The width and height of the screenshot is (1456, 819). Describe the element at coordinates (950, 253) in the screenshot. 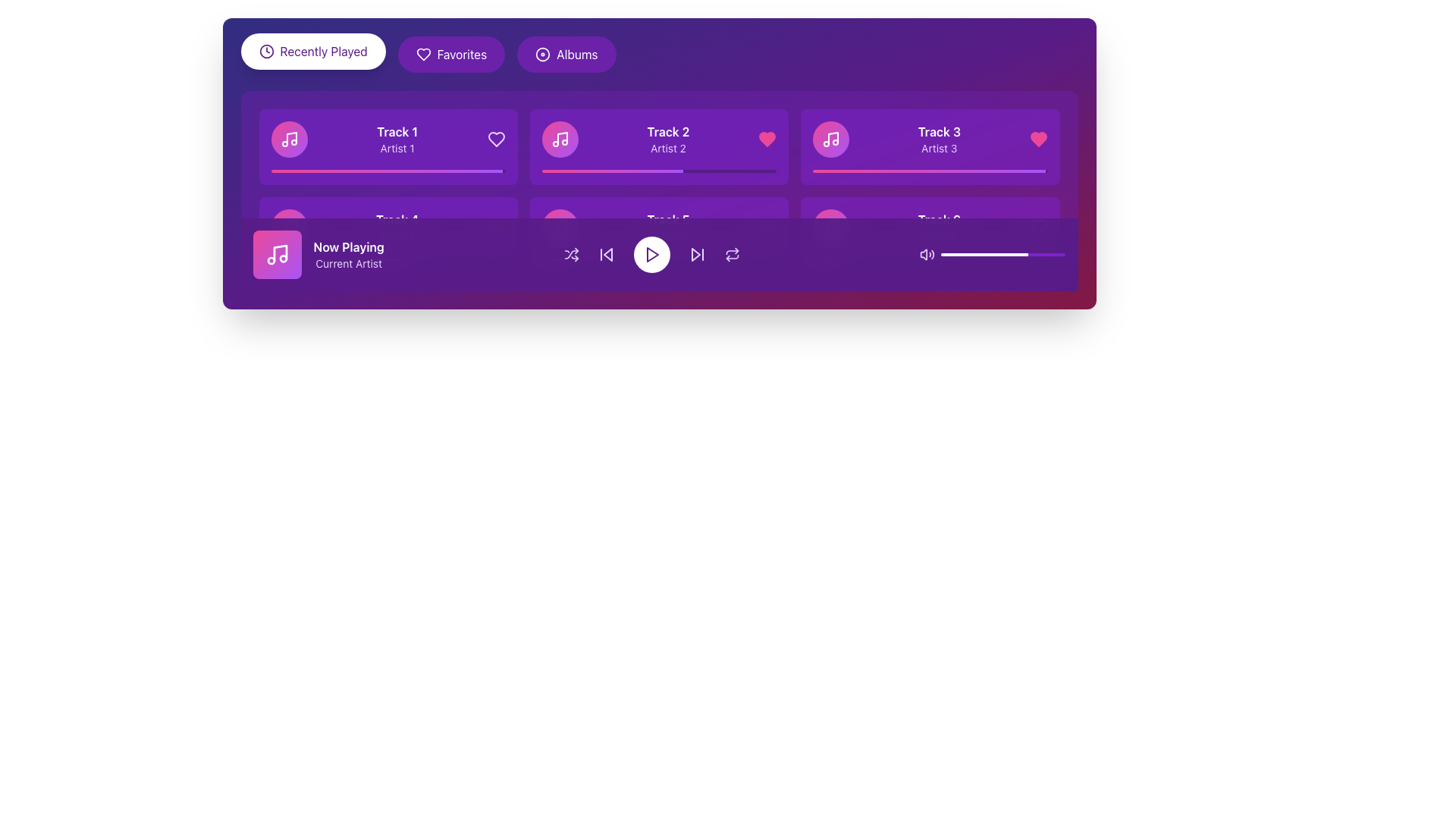

I see `the volume level` at that location.